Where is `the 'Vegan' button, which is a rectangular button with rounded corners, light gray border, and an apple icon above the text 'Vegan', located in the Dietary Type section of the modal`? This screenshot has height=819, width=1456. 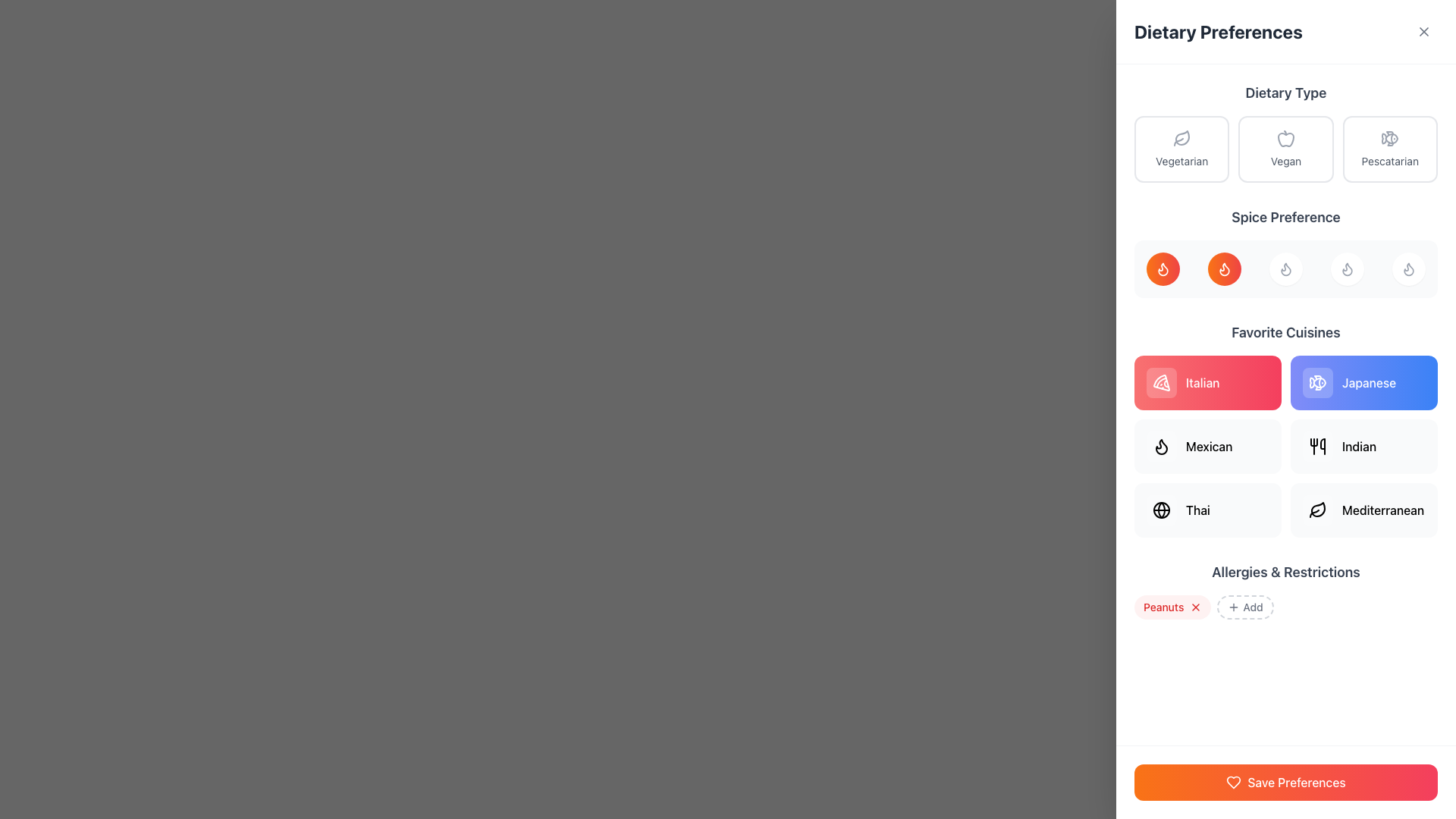
the 'Vegan' button, which is a rectangular button with rounded corners, light gray border, and an apple icon above the text 'Vegan', located in the Dietary Type section of the modal is located at coordinates (1285, 149).